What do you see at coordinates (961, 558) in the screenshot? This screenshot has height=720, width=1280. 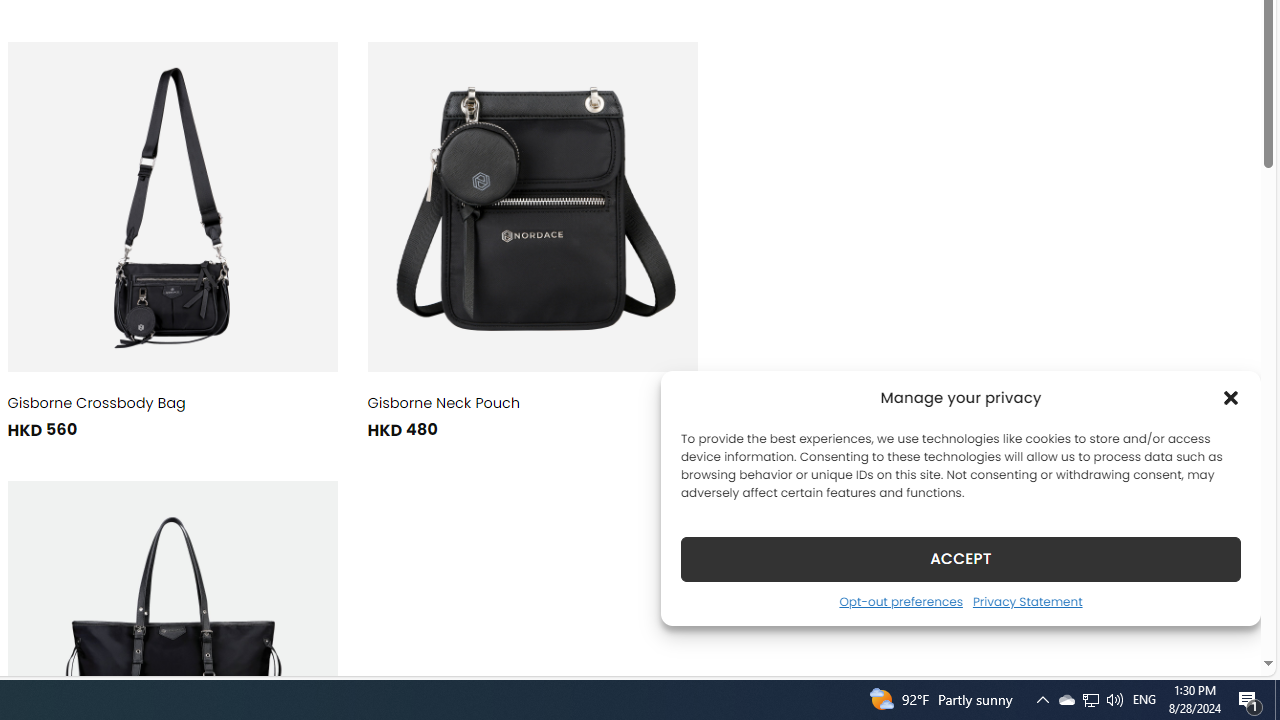 I see `'ACCEPT'` at bounding box center [961, 558].